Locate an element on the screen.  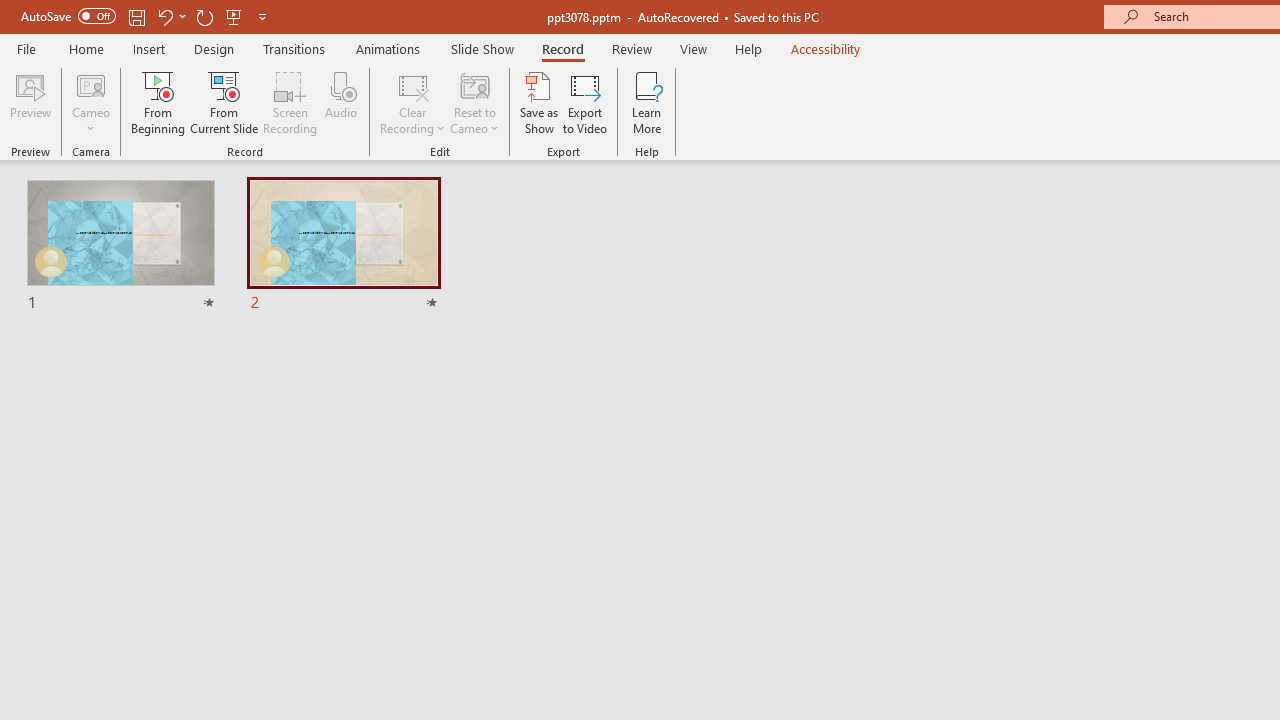
'Learn More' is located at coordinates (647, 103).